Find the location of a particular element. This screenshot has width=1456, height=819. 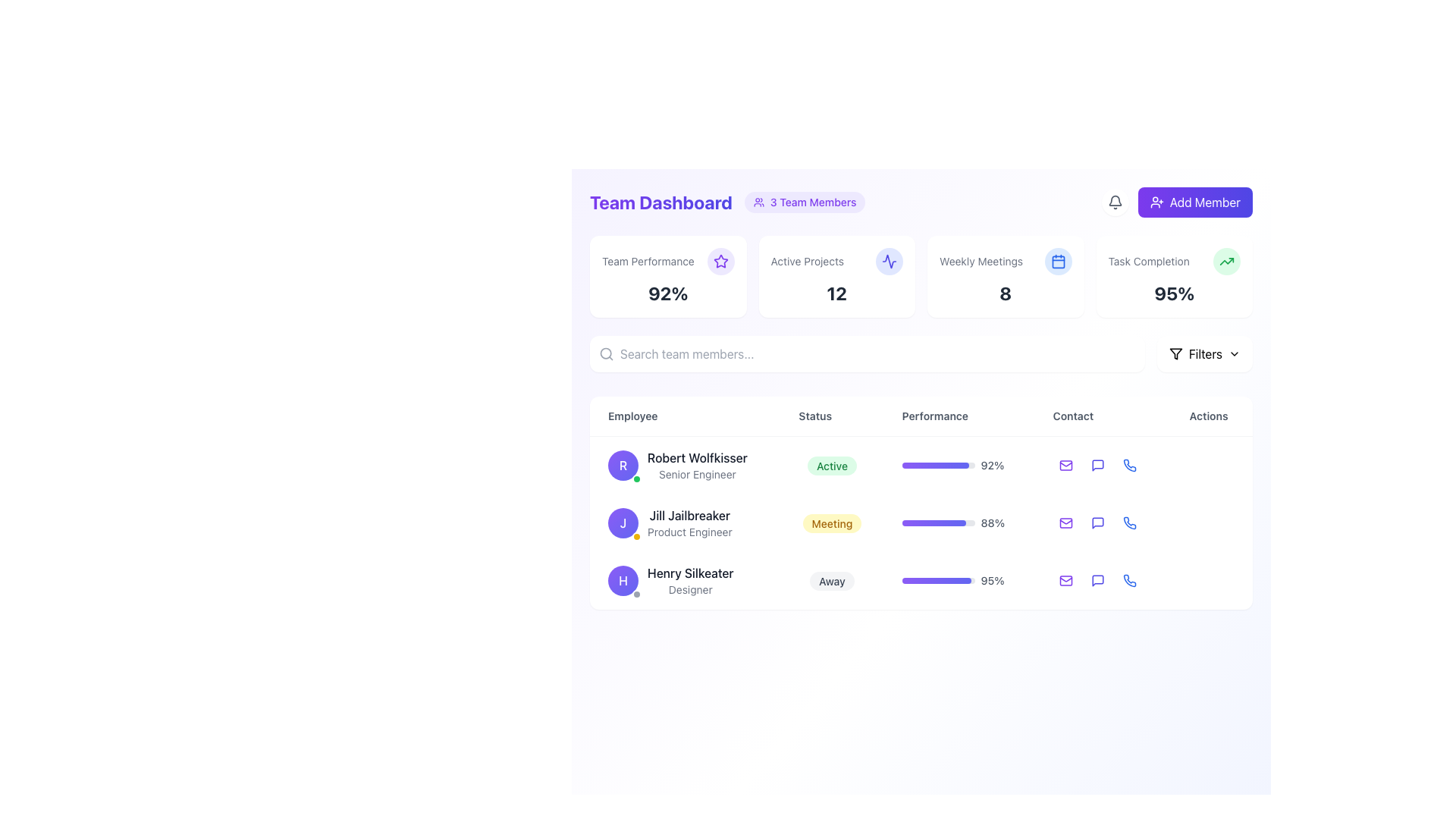

the interactive email icon for employee 'Robert Wolfkisser' in the 'Contact' column is located at coordinates (1065, 464).